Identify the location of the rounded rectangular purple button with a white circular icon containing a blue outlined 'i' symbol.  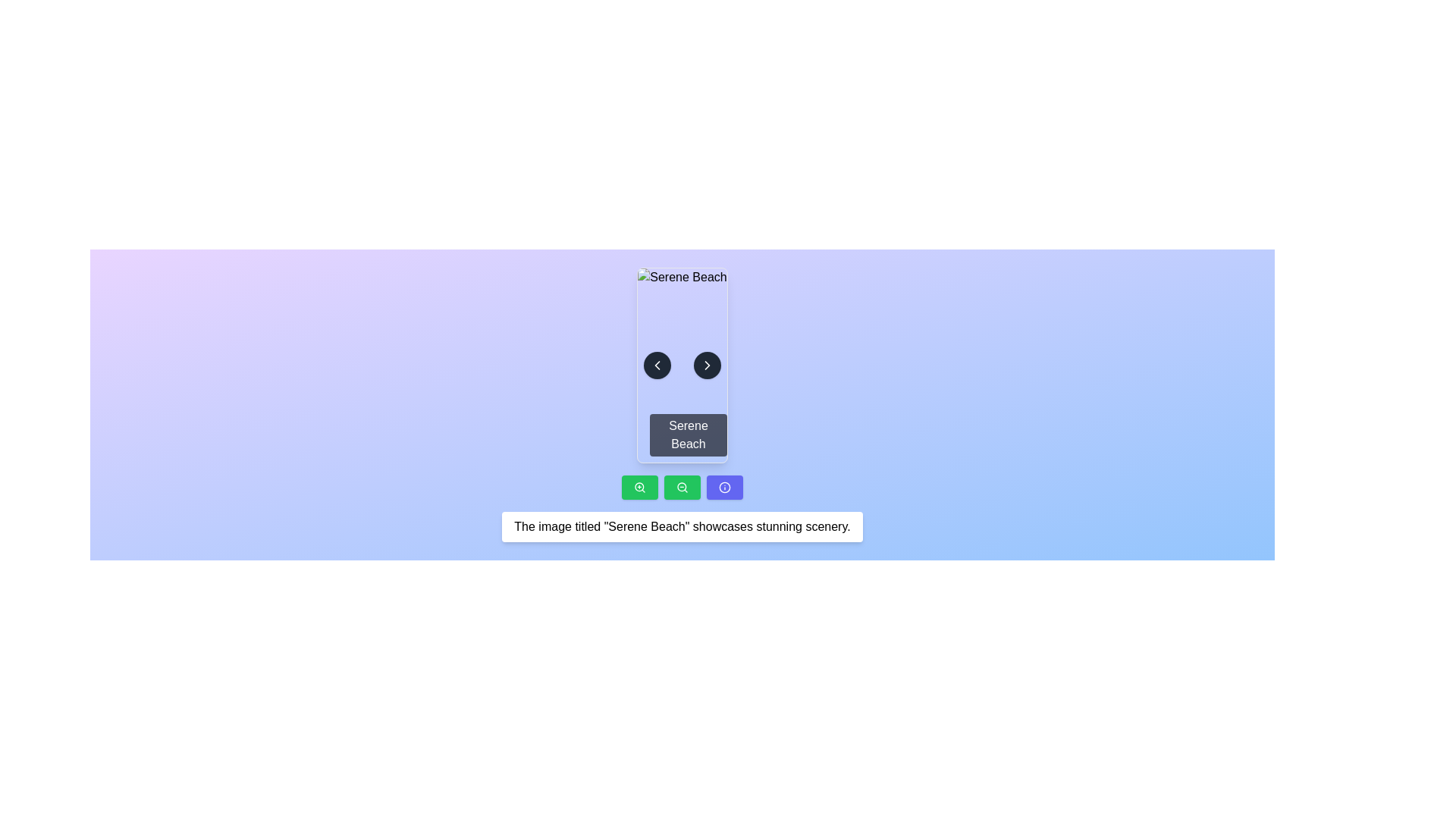
(723, 488).